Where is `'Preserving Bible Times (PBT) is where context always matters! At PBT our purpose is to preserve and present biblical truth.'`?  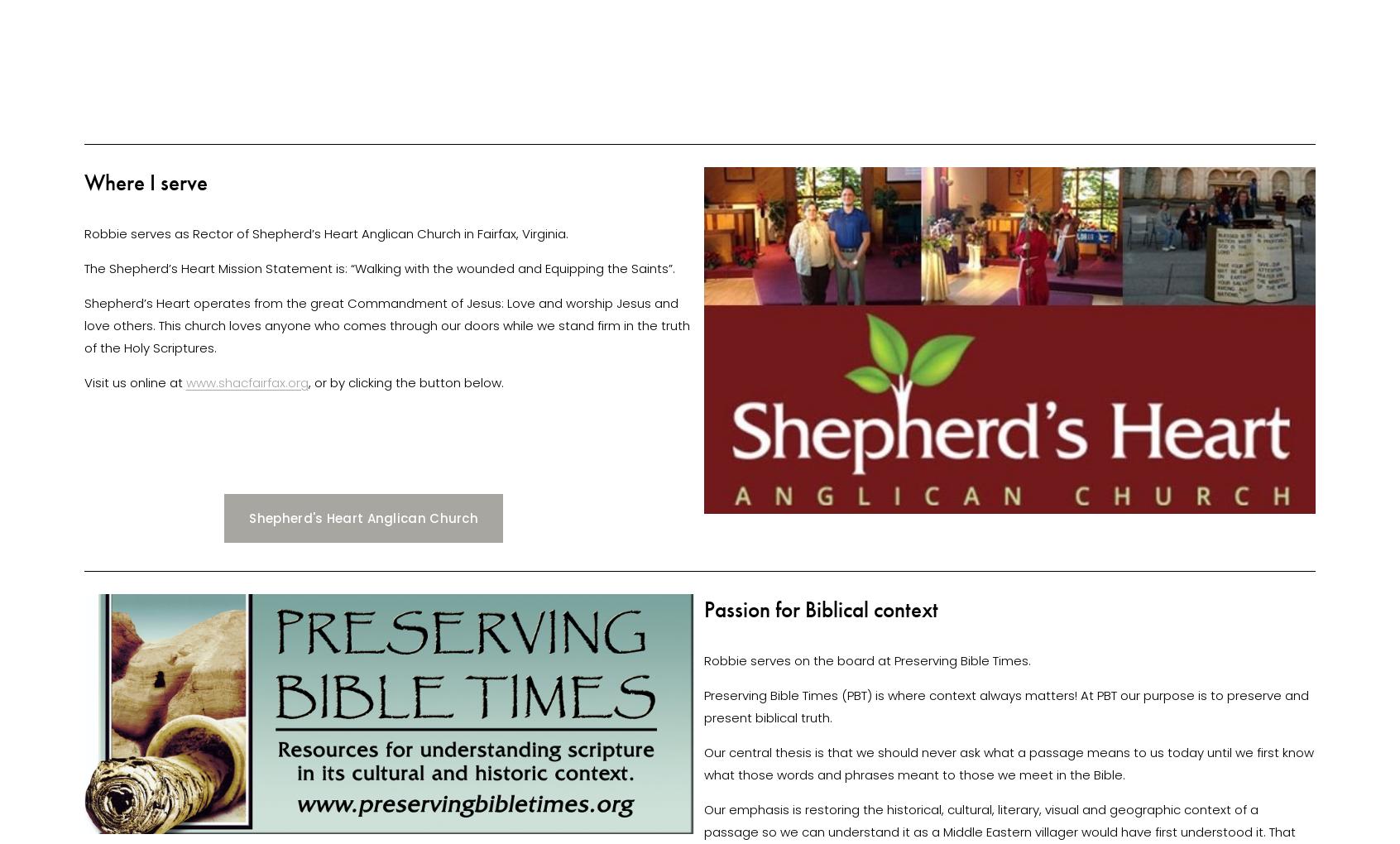
'Preserving Bible Times (PBT) is where context always matters! At PBT our purpose is to preserve and present biblical truth.' is located at coordinates (1008, 705).